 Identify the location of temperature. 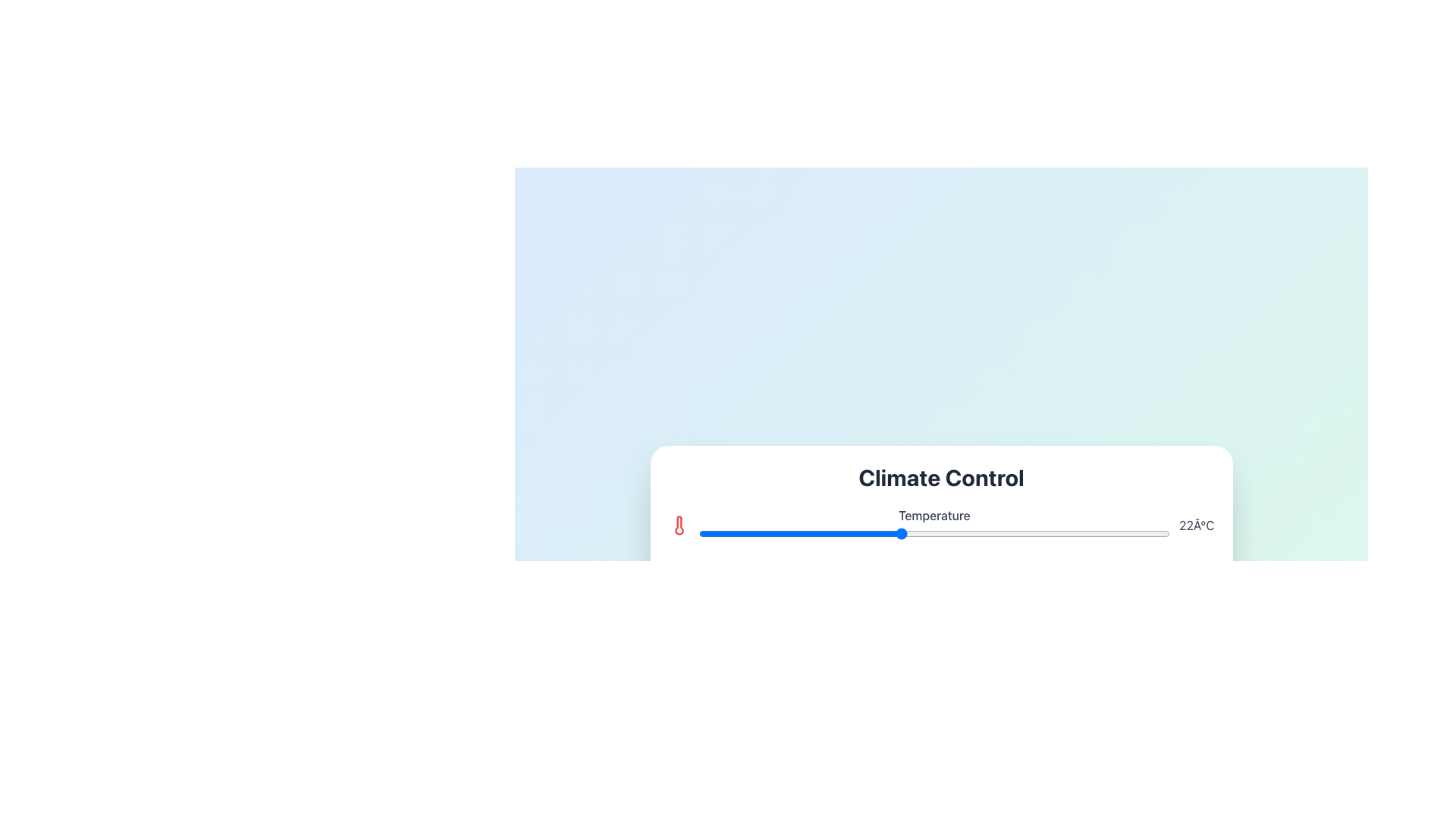
(833, 533).